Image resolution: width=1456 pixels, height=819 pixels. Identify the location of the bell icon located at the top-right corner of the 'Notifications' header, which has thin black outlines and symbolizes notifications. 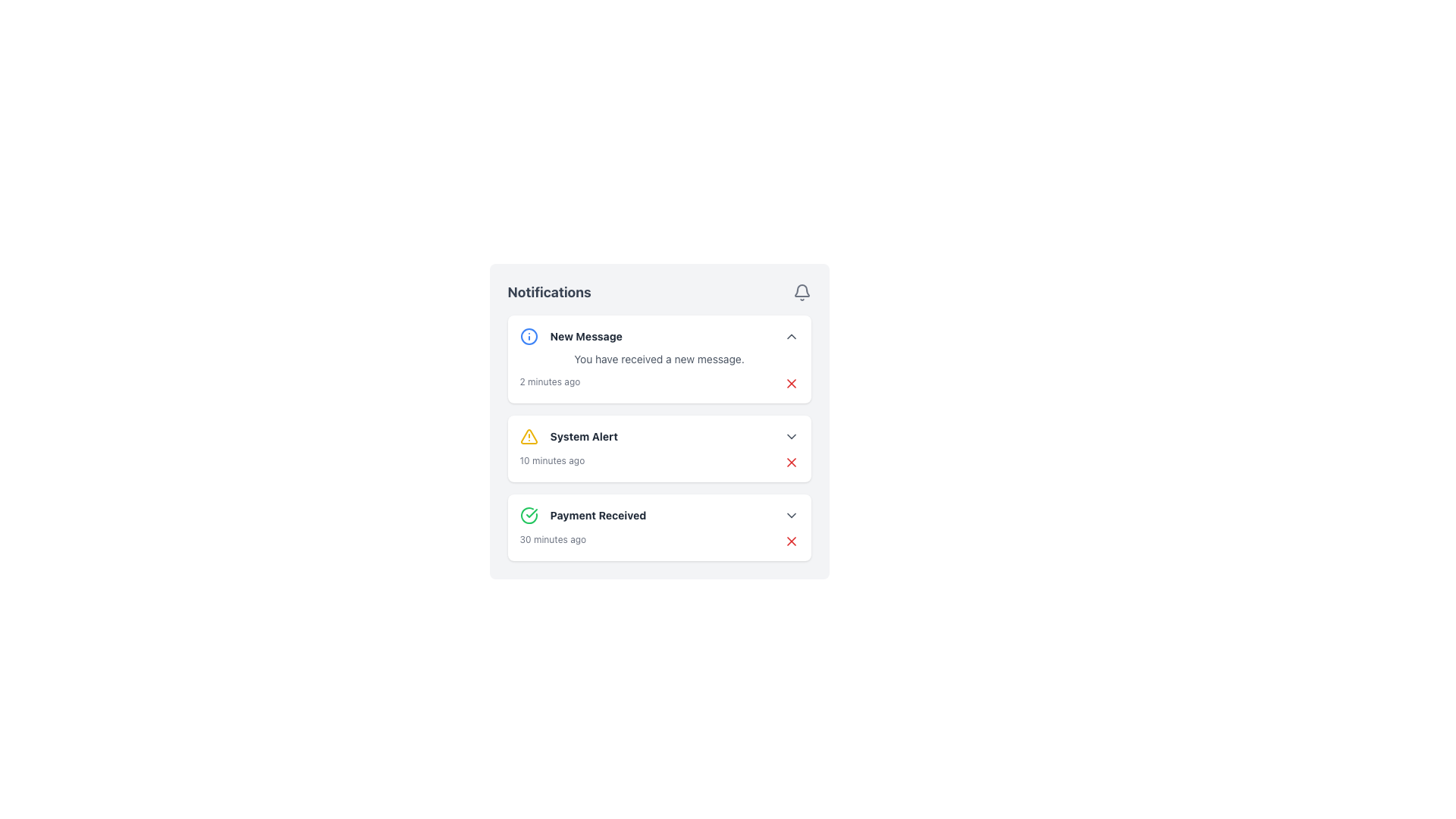
(801, 292).